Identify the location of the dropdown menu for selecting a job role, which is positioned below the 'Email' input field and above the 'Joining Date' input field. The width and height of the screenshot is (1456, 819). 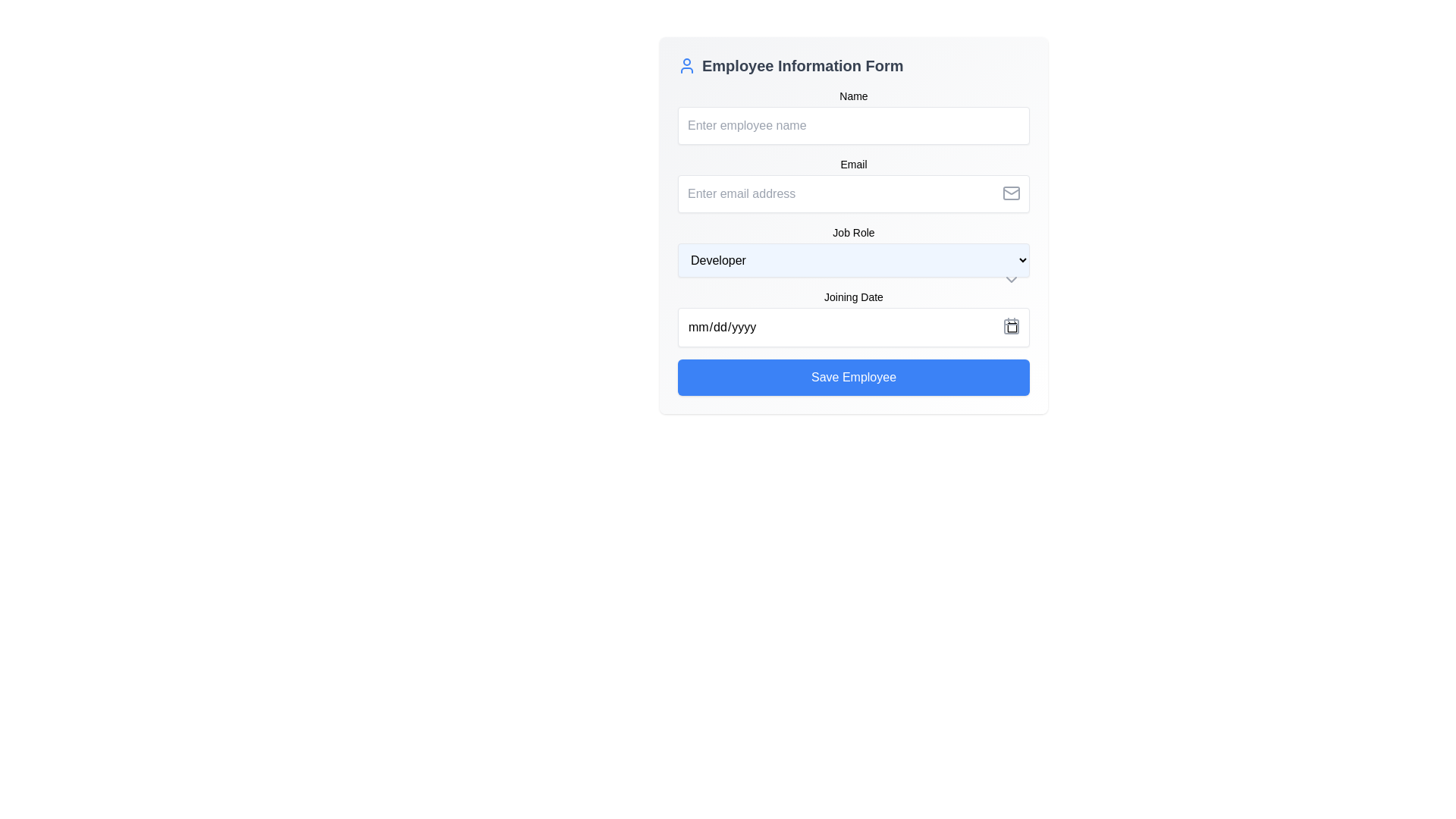
(854, 225).